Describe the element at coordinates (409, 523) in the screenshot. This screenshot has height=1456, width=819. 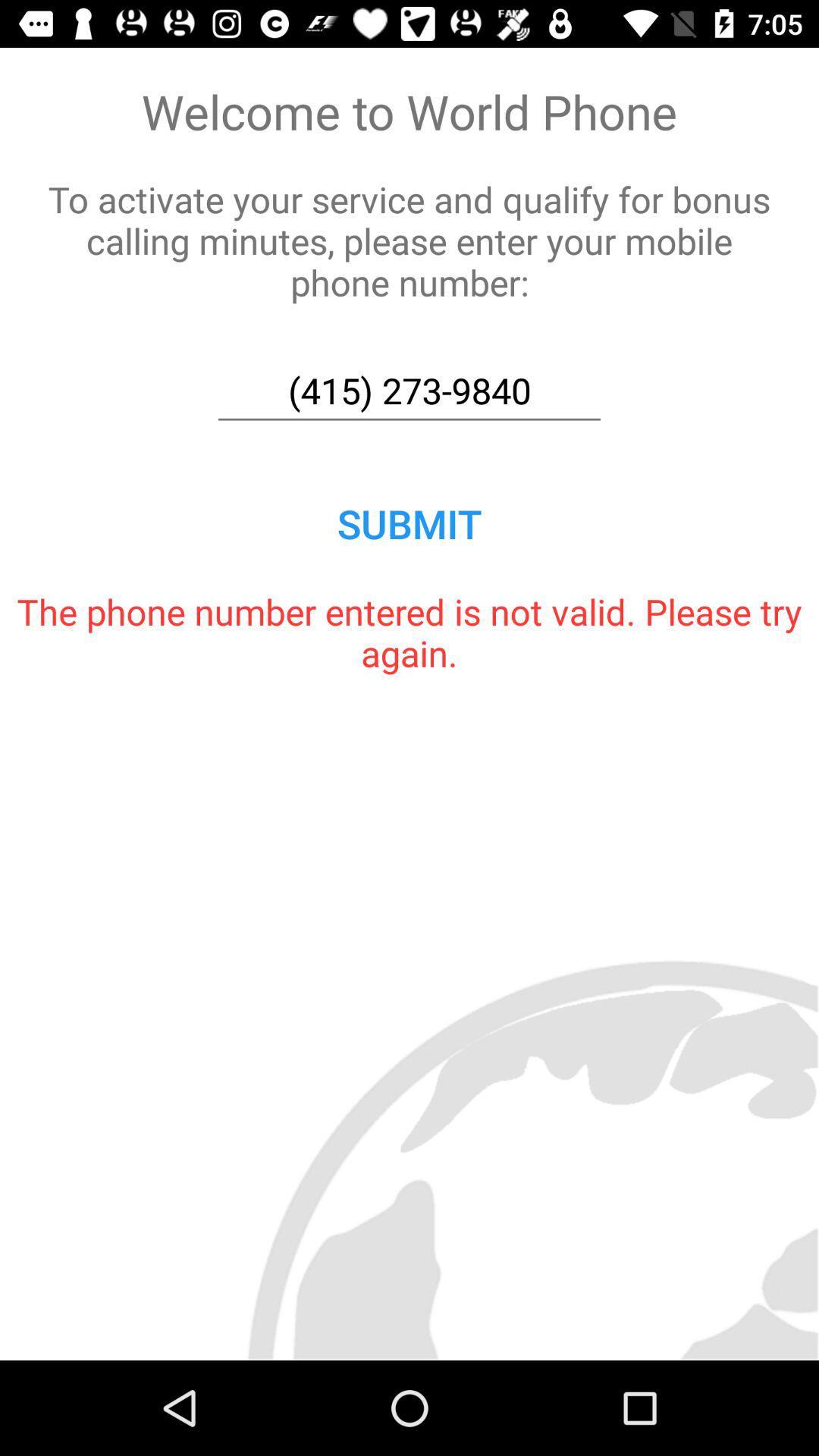
I see `the submit` at that location.